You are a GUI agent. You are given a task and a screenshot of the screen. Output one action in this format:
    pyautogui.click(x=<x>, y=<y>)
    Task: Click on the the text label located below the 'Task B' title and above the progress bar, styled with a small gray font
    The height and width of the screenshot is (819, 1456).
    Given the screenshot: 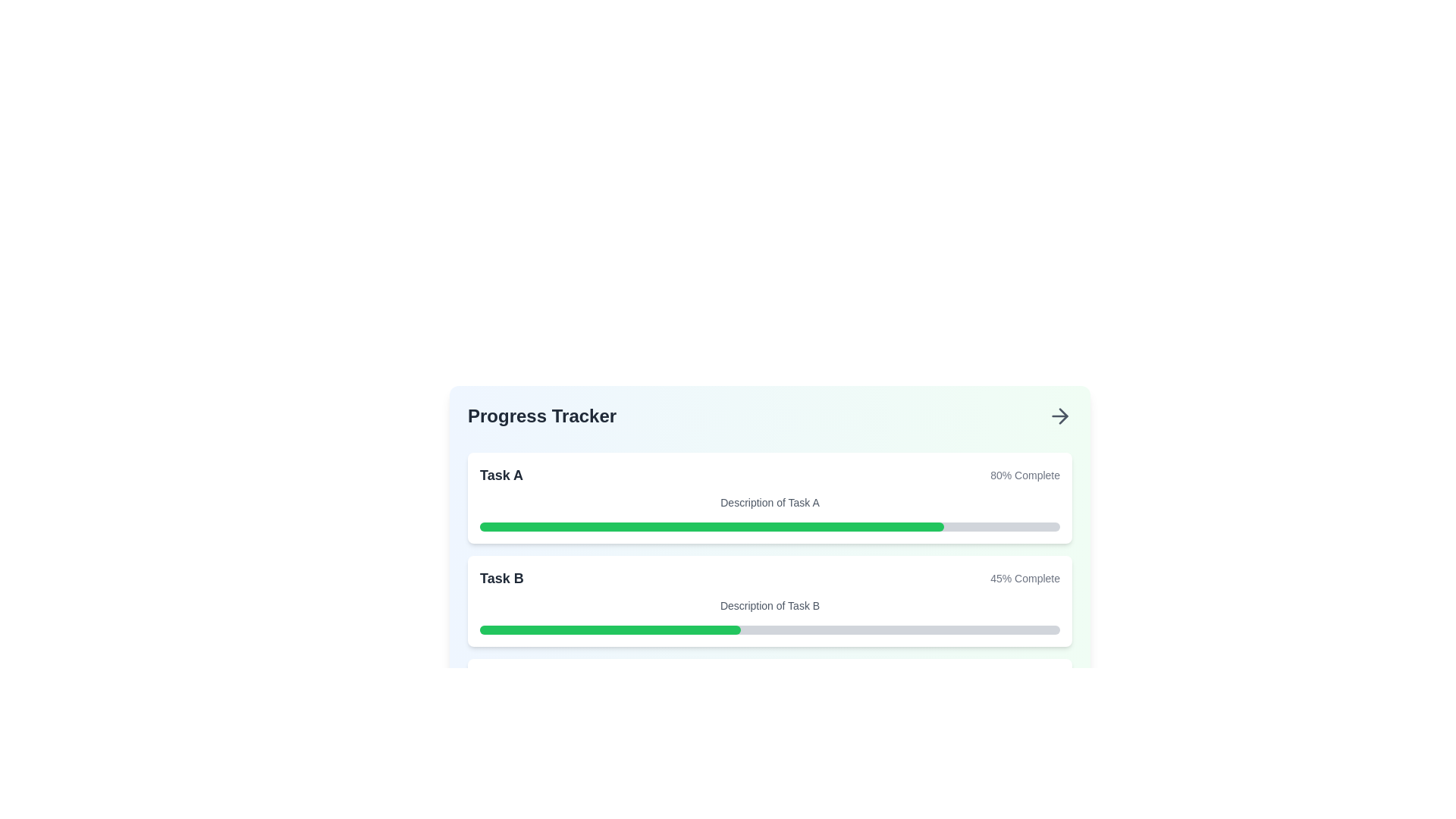 What is the action you would take?
    pyautogui.click(x=770, y=604)
    